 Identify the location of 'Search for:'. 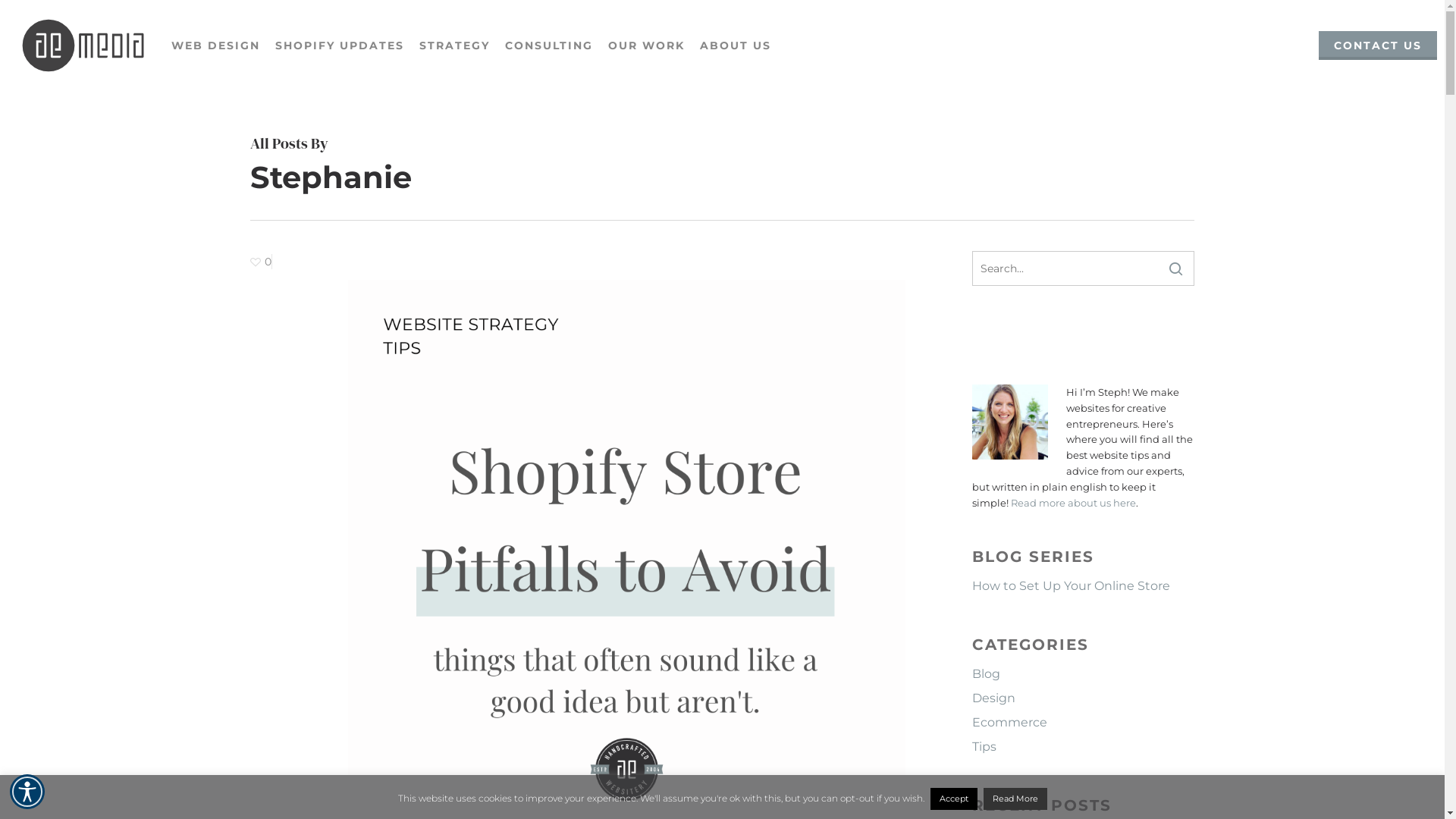
(1082, 268).